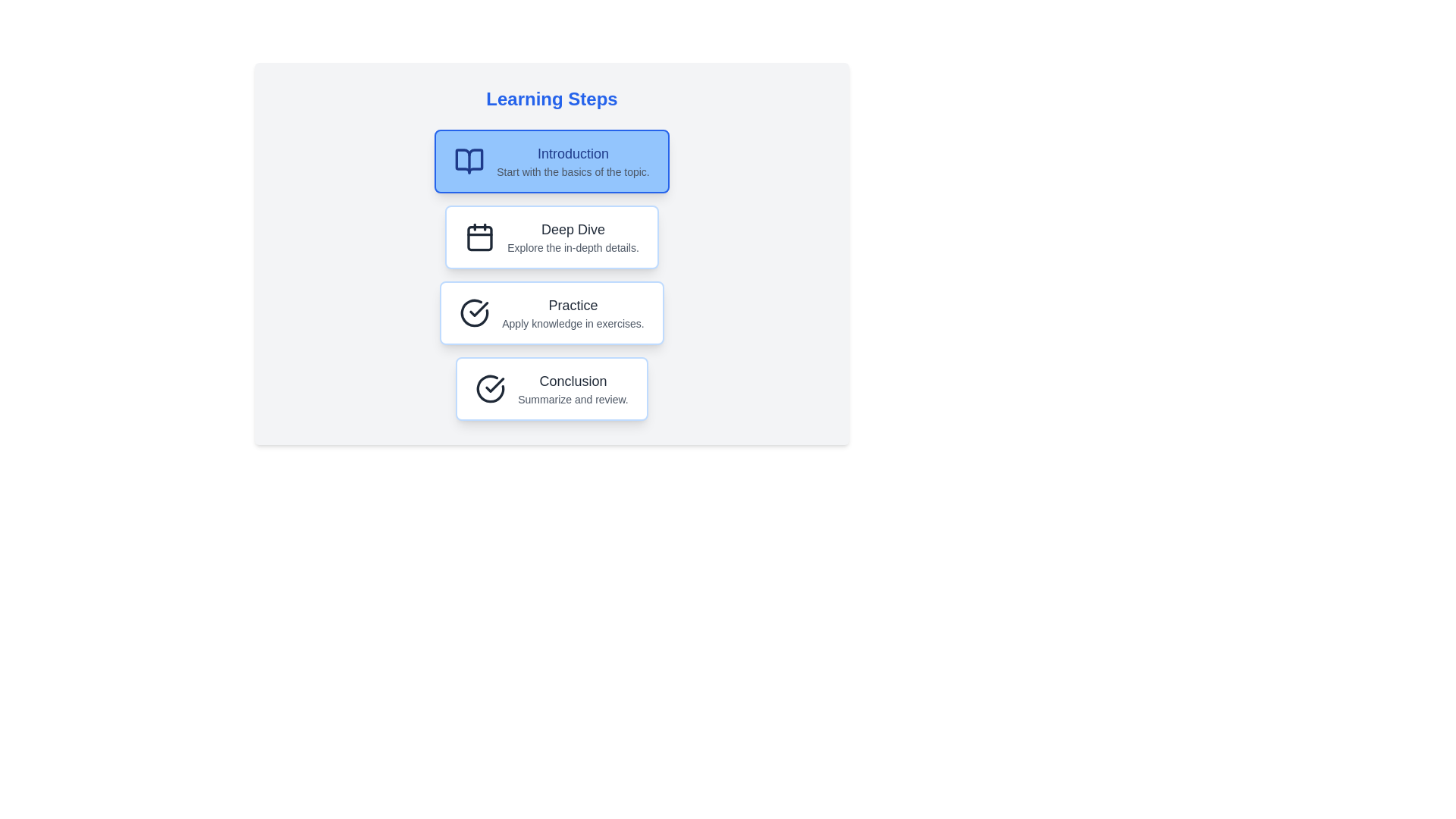 Image resolution: width=1456 pixels, height=819 pixels. Describe the element at coordinates (572, 247) in the screenshot. I see `the descriptive text element that provides context for the 'Deep Dive' header to possibly reveal additional details` at that location.